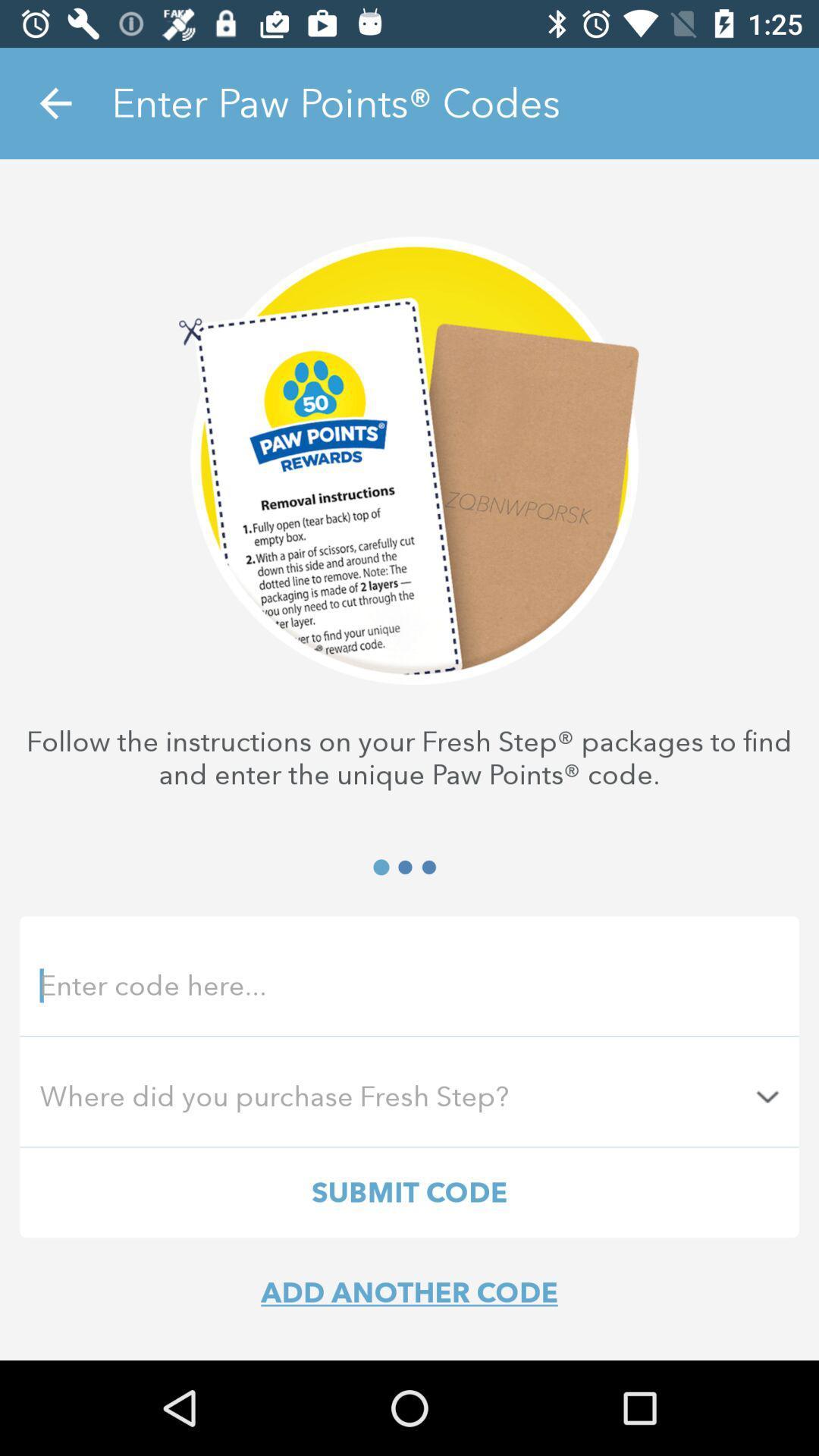 Image resolution: width=819 pixels, height=1456 pixels. I want to click on the submit code icon, so click(409, 1191).